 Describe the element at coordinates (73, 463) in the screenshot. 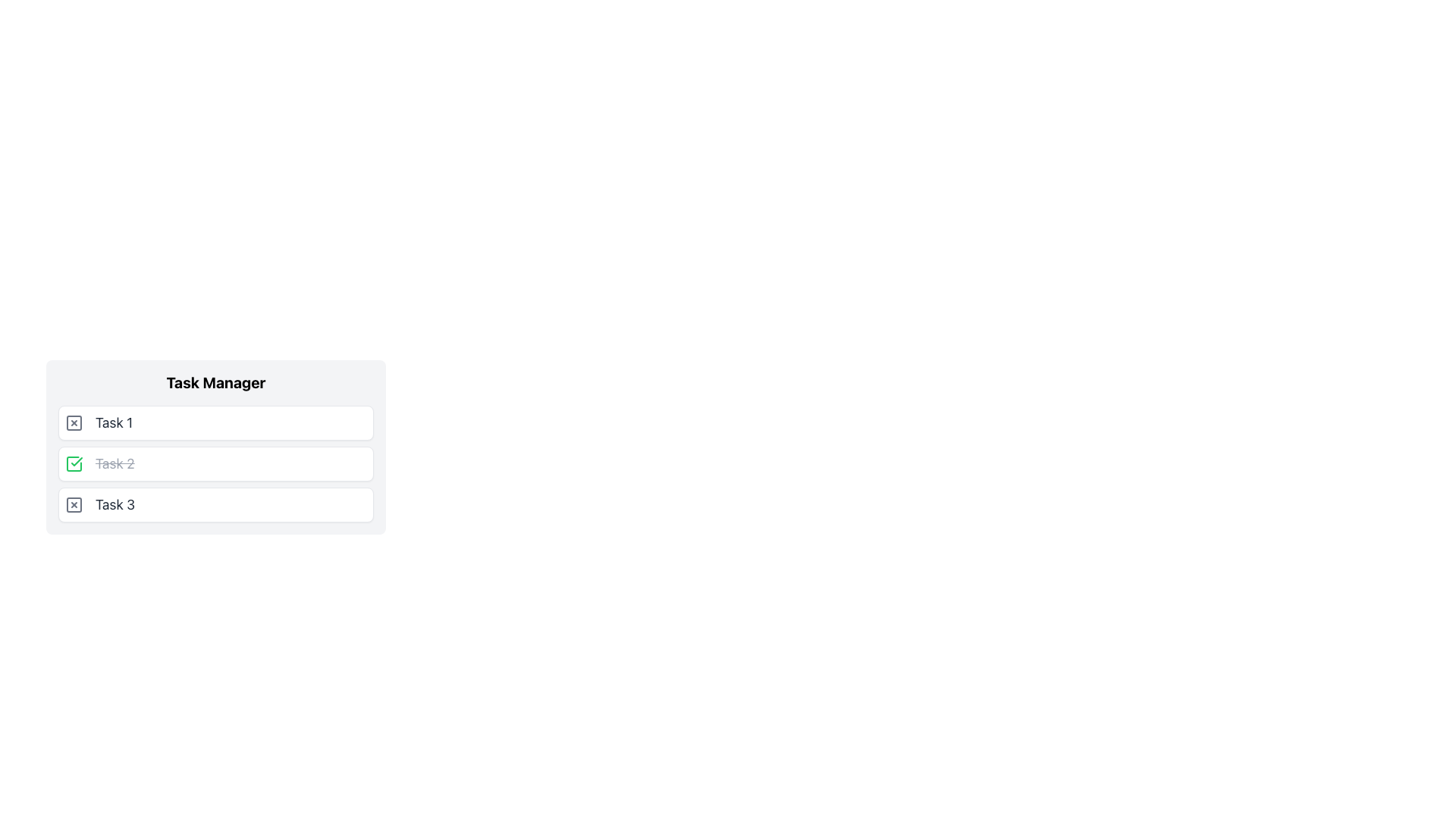

I see `the checkbox located to the left of the text 'Task 2'` at that location.